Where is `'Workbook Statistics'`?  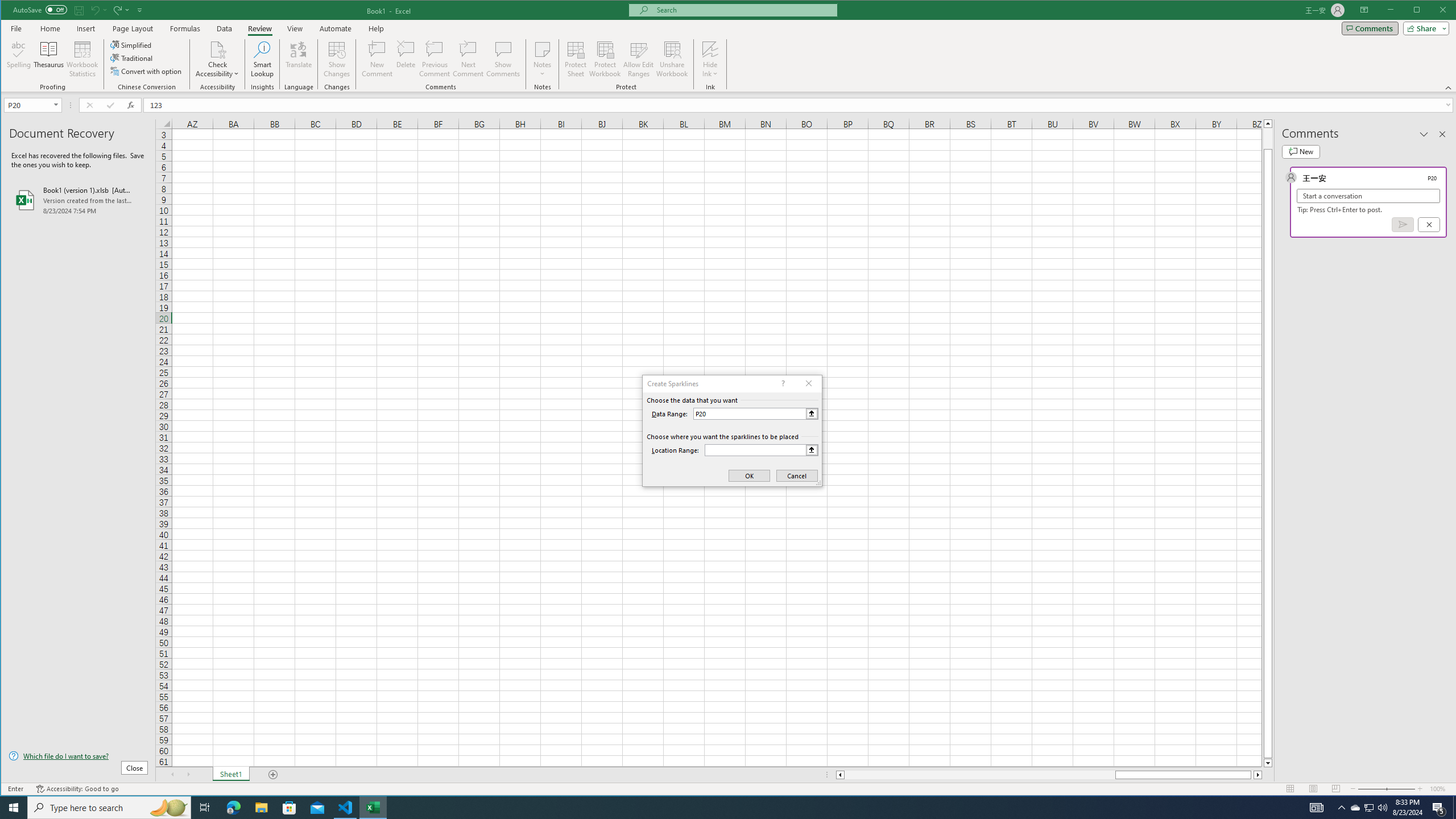
'Workbook Statistics' is located at coordinates (81, 59).